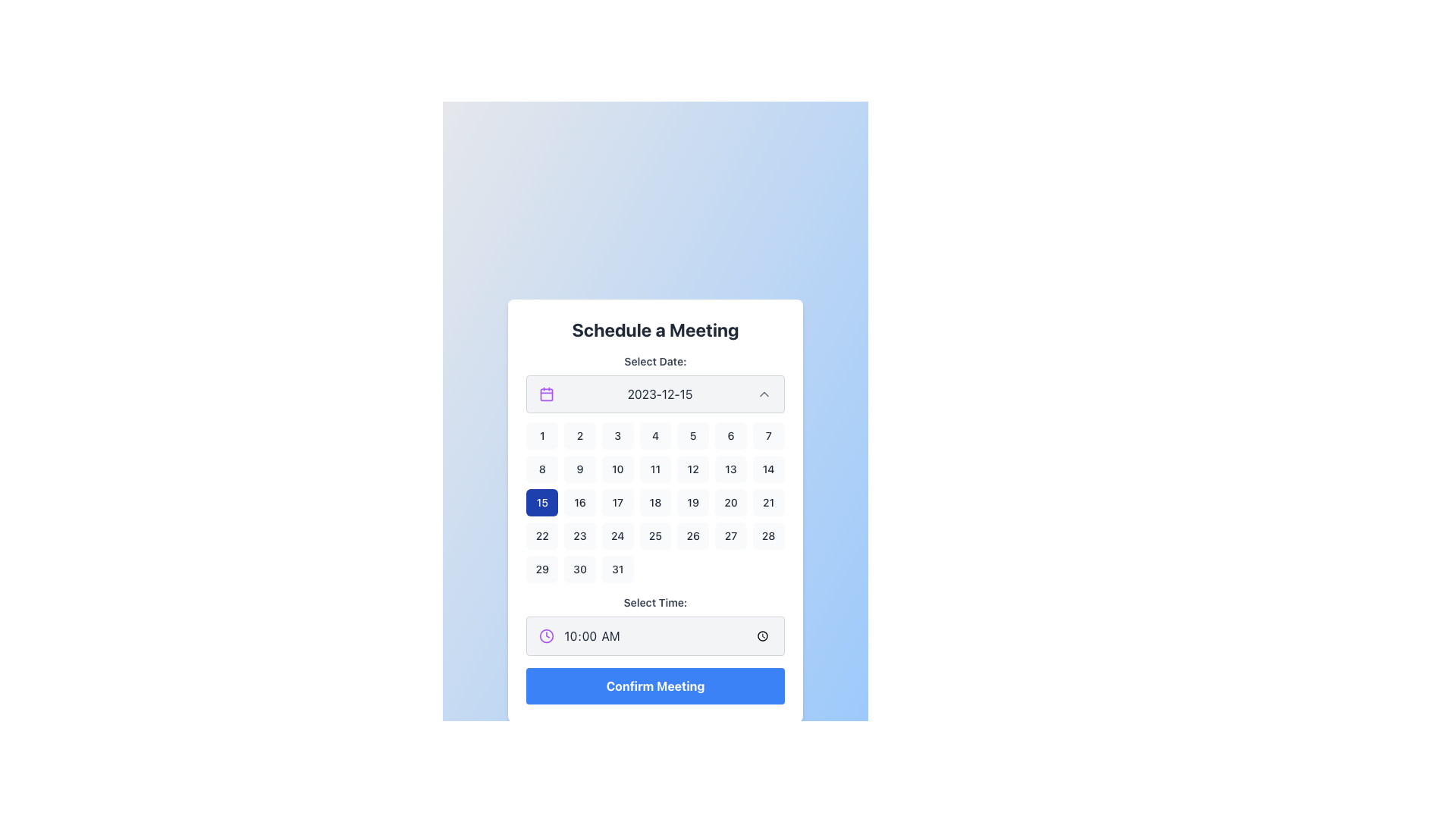 This screenshot has width=1456, height=819. Describe the element at coordinates (655, 467) in the screenshot. I see `a date cell in the Date Picker Calendar Component located below the 'Select Date:' header` at that location.